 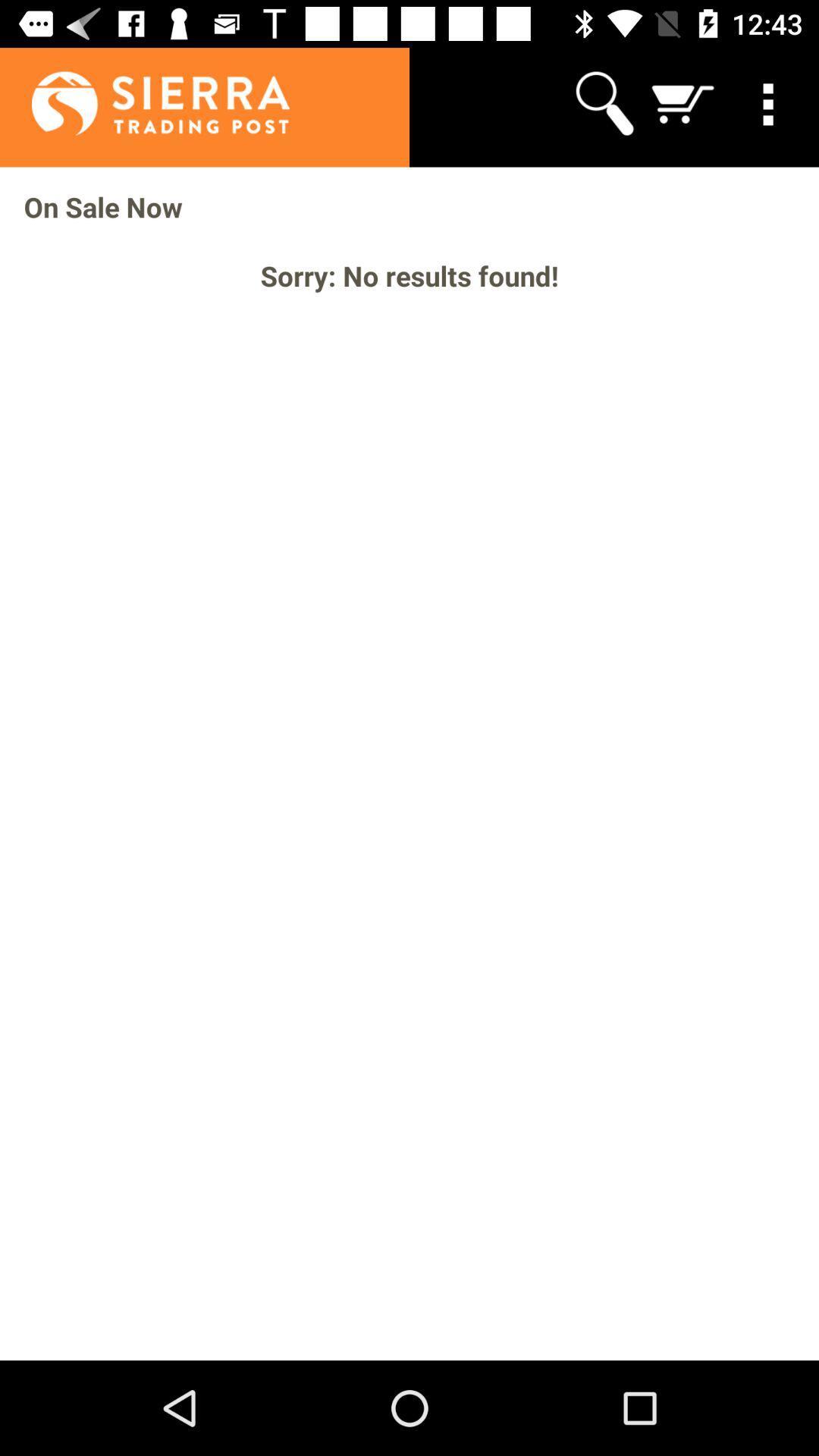 I want to click on item above the on sale now item, so click(x=603, y=102).